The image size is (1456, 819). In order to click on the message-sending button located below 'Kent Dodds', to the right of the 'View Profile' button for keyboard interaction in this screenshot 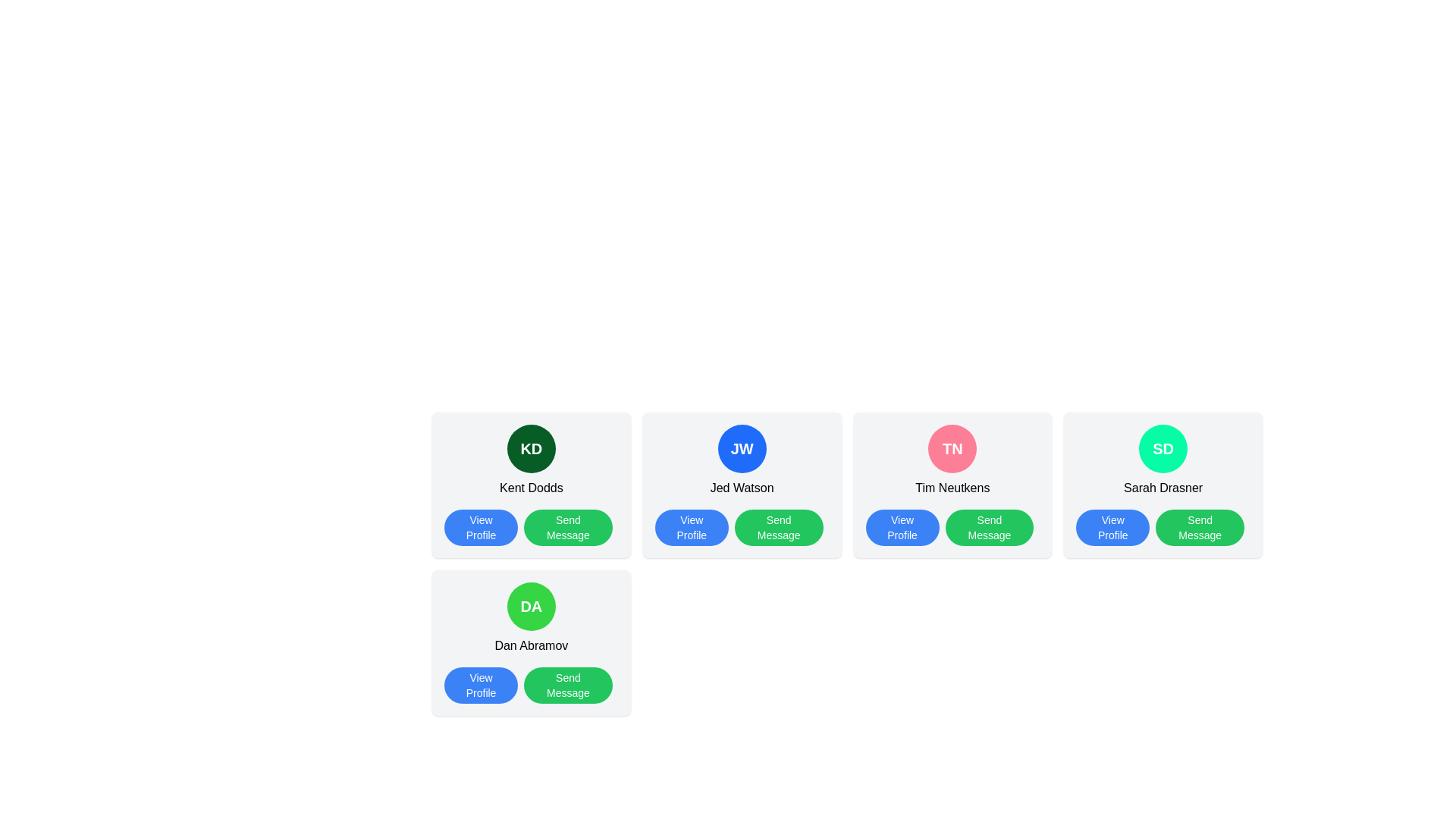, I will do `click(567, 526)`.